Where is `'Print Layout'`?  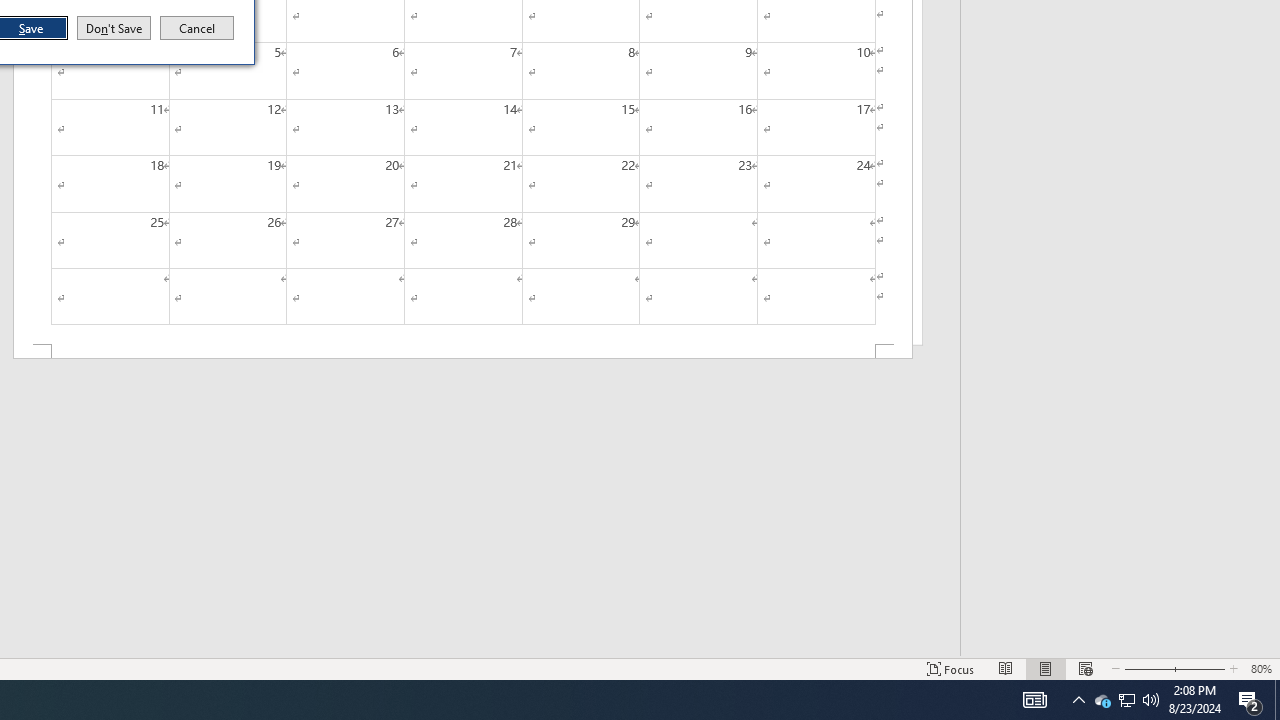 'Print Layout' is located at coordinates (1006, 669).